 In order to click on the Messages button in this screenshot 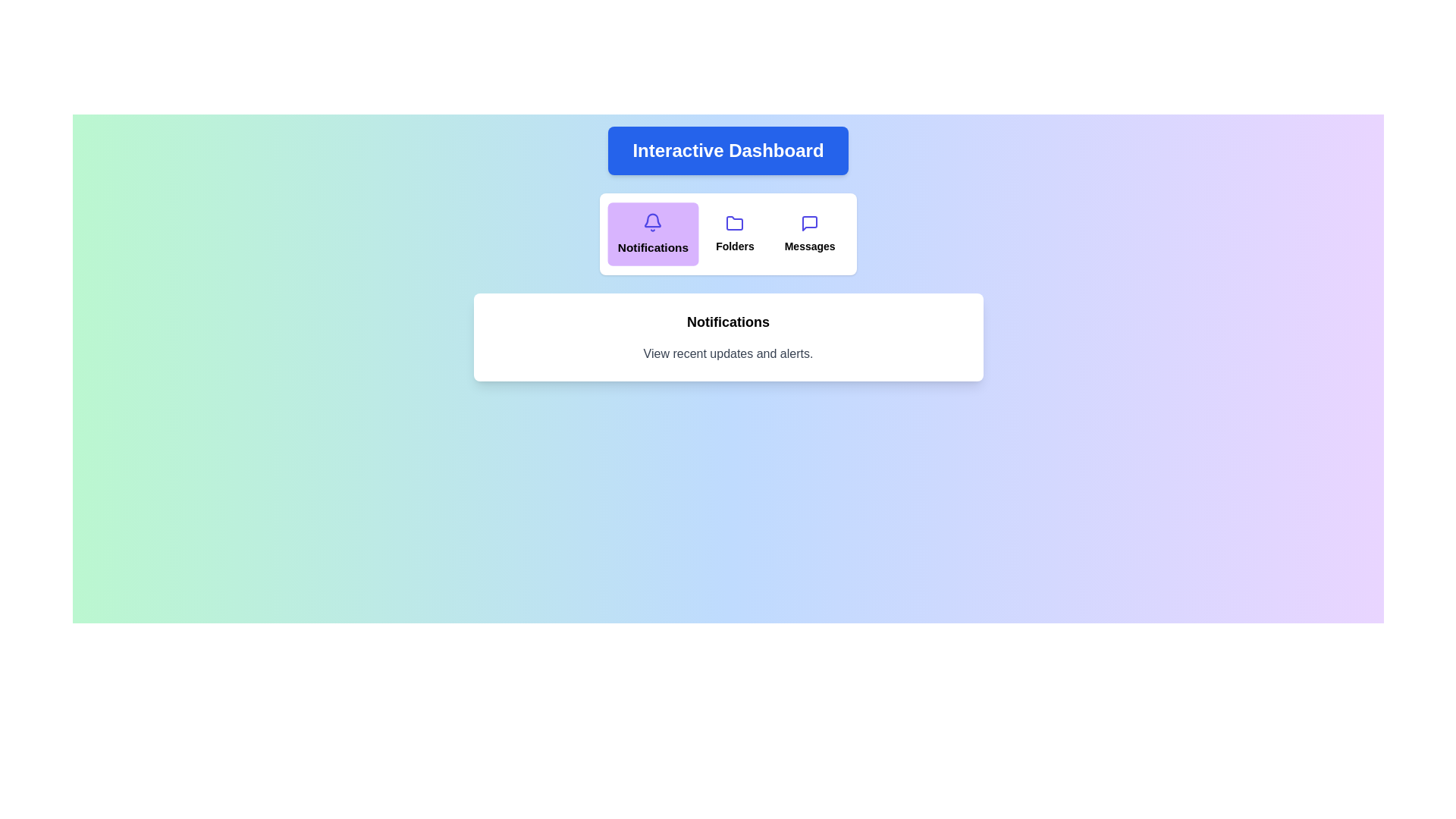, I will do `click(809, 234)`.